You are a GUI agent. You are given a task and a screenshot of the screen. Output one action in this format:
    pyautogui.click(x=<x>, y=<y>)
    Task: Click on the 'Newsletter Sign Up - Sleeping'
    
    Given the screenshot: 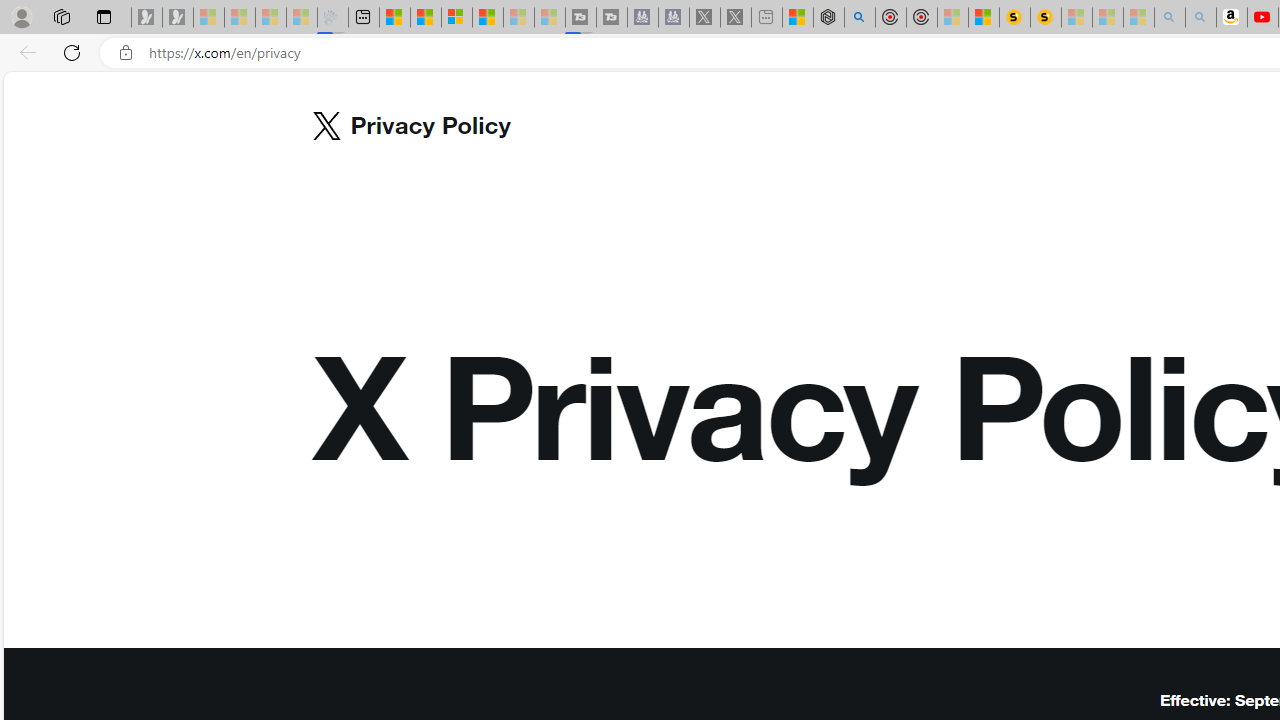 What is the action you would take?
    pyautogui.click(x=177, y=17)
    